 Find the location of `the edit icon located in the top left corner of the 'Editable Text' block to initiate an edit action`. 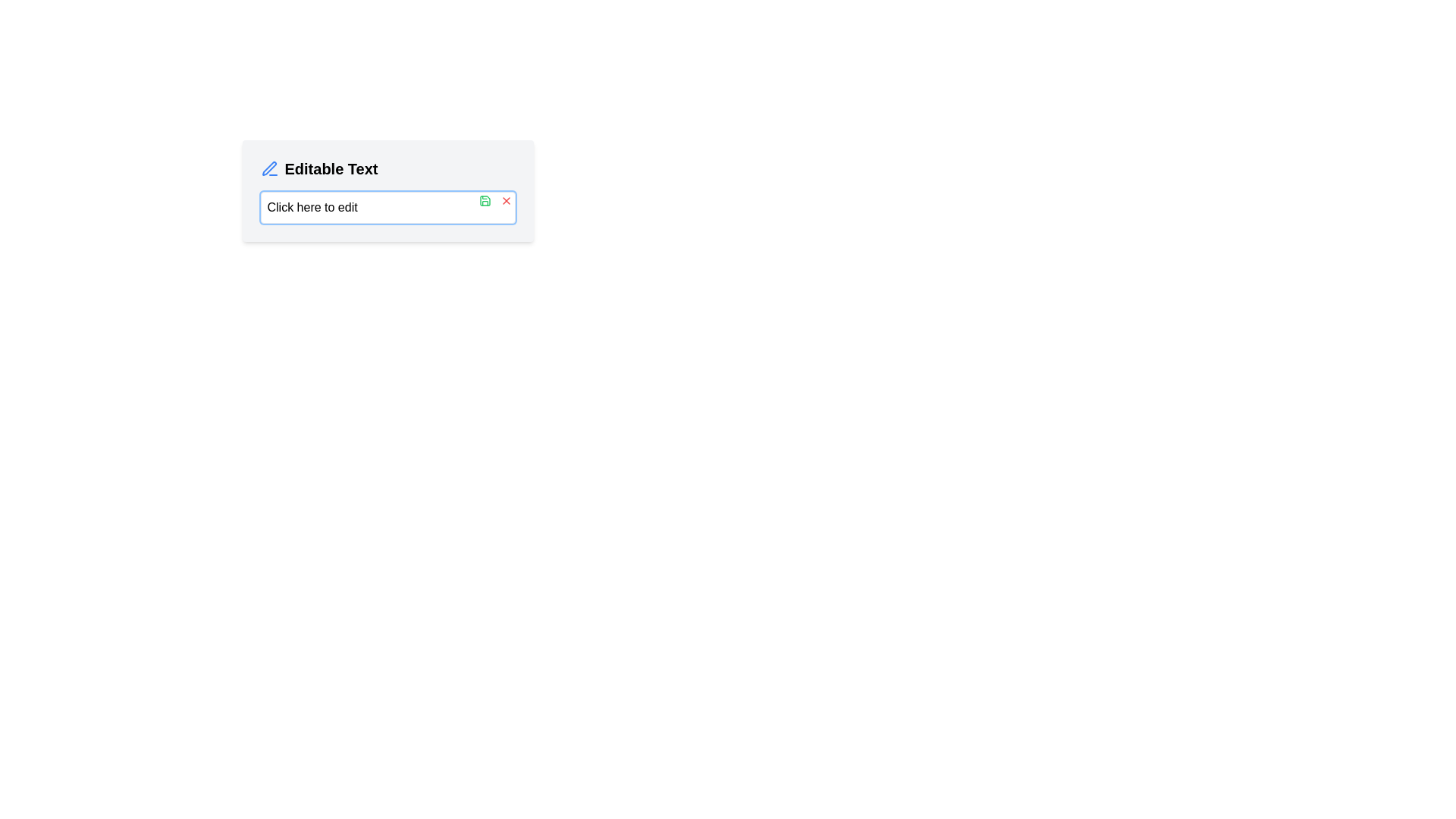

the edit icon located in the top left corner of the 'Editable Text' block to initiate an edit action is located at coordinates (269, 169).